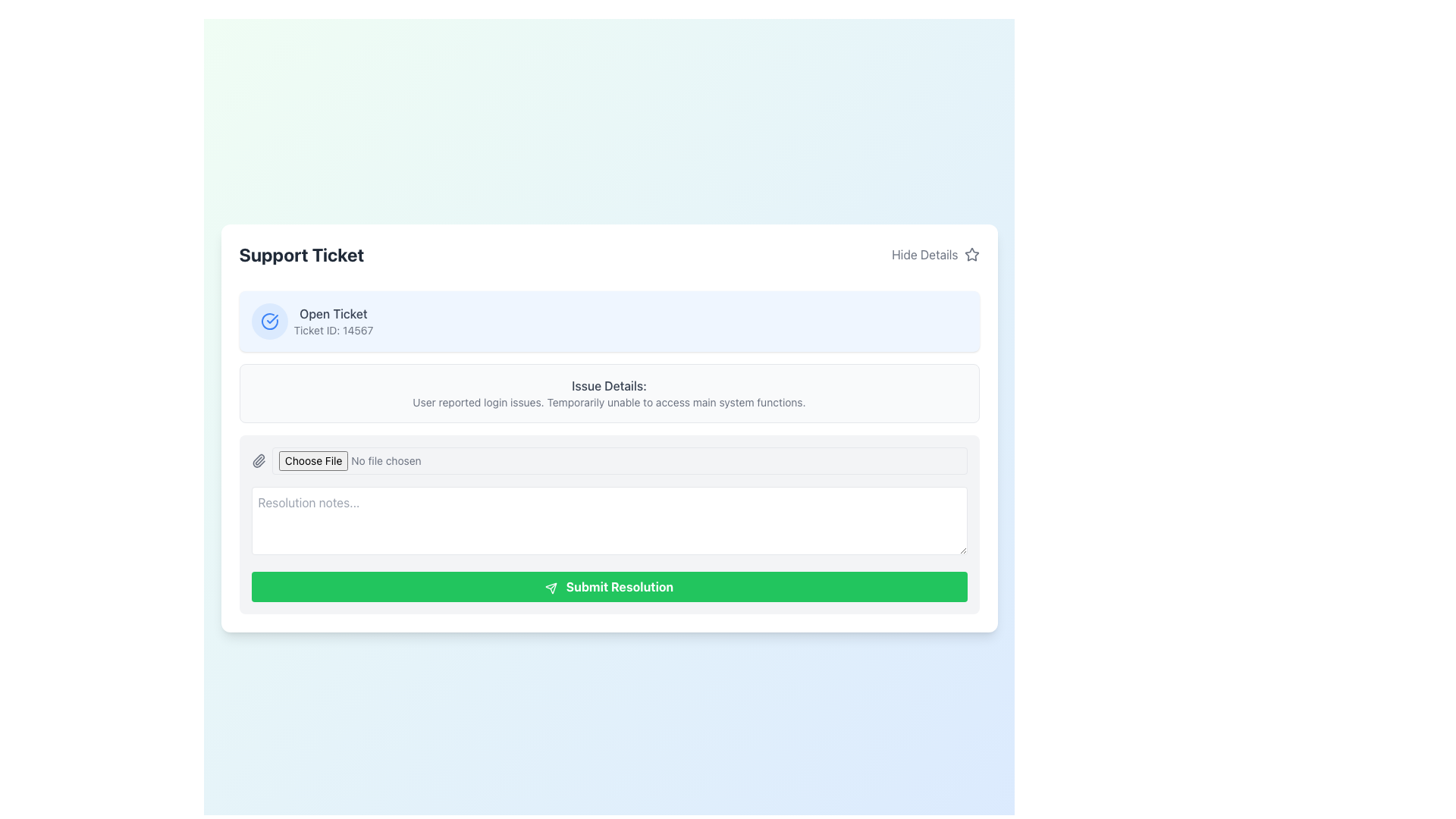 The image size is (1456, 819). I want to click on the 'Hide Details' text label, which is styled with a gray font and located in the top right corner of the support ticket interface, so click(924, 253).